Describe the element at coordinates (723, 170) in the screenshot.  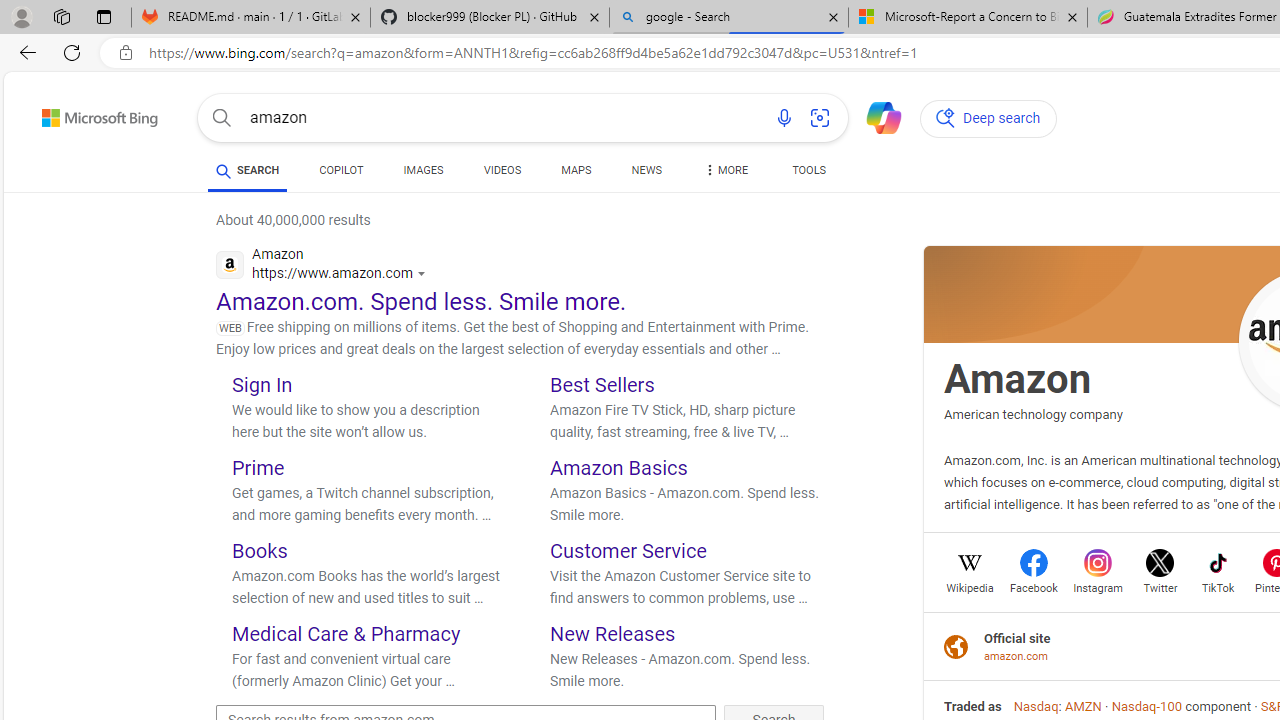
I see `'Dropdown Menu'` at that location.